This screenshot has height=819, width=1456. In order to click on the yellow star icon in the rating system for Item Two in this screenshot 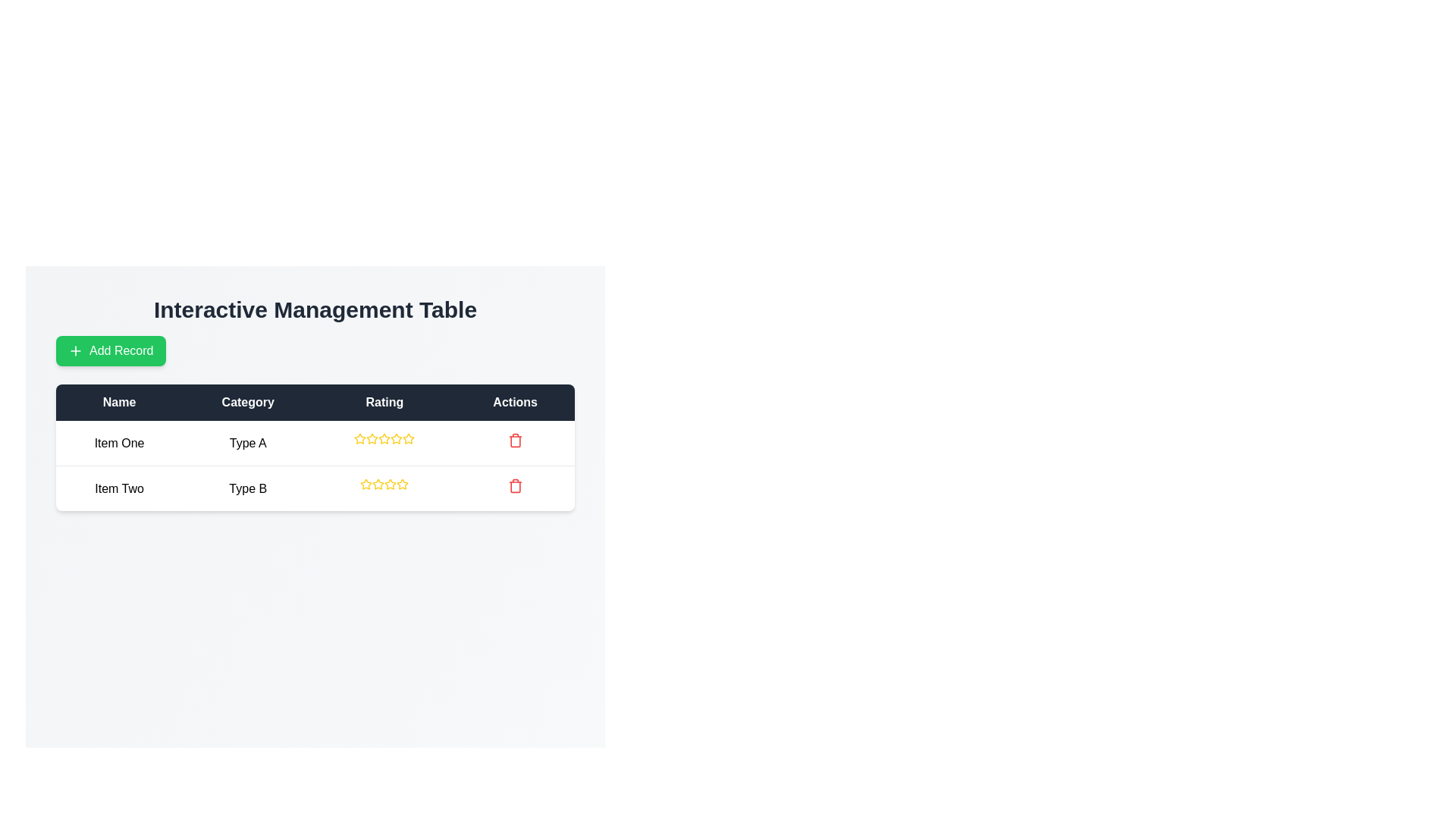, I will do `click(366, 484)`.